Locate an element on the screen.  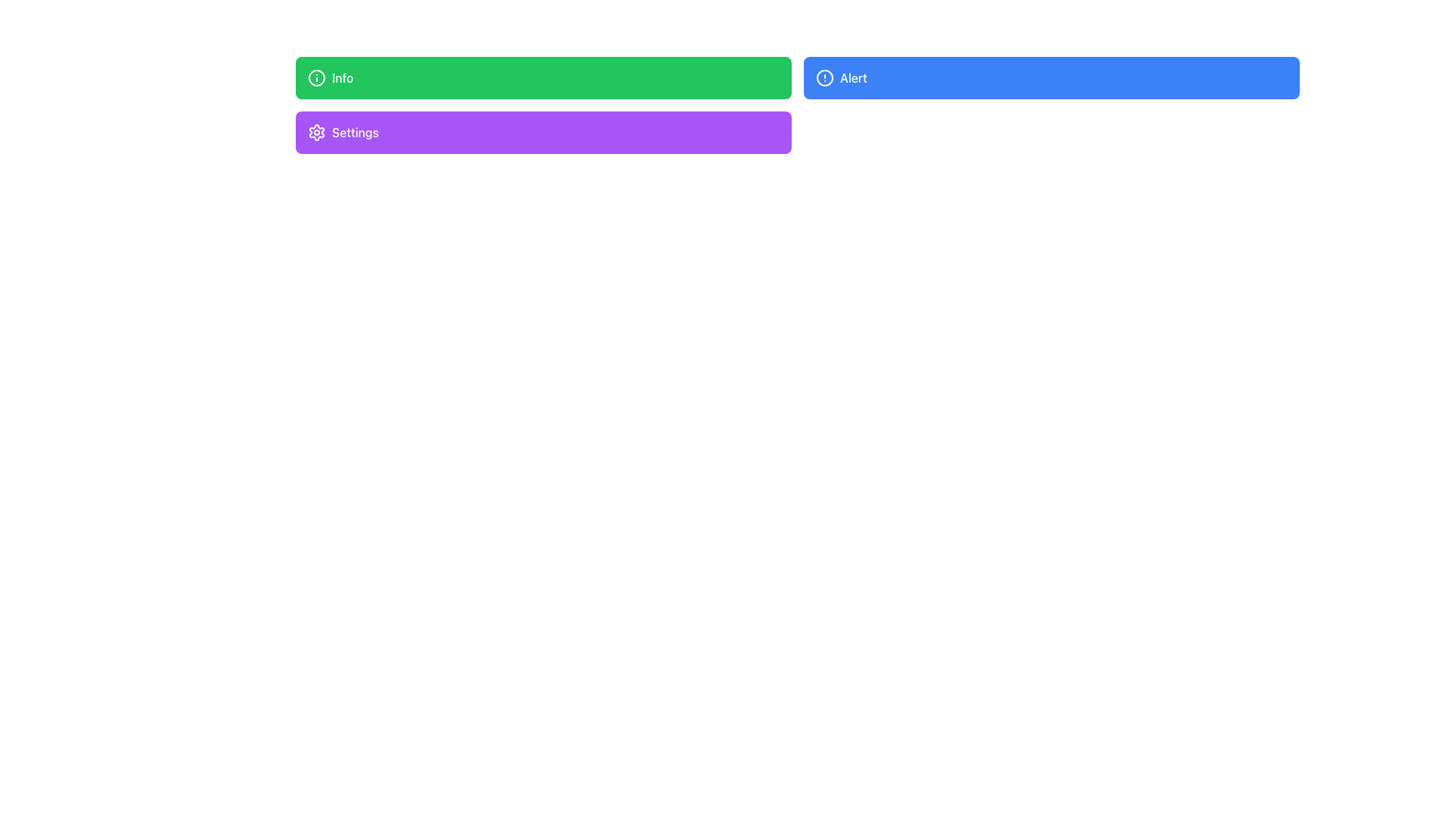
the alert icon, which is a circle with an exclamation mark inside, colored white on a blue background, located within the 'Alert' rectangular block is located at coordinates (824, 78).